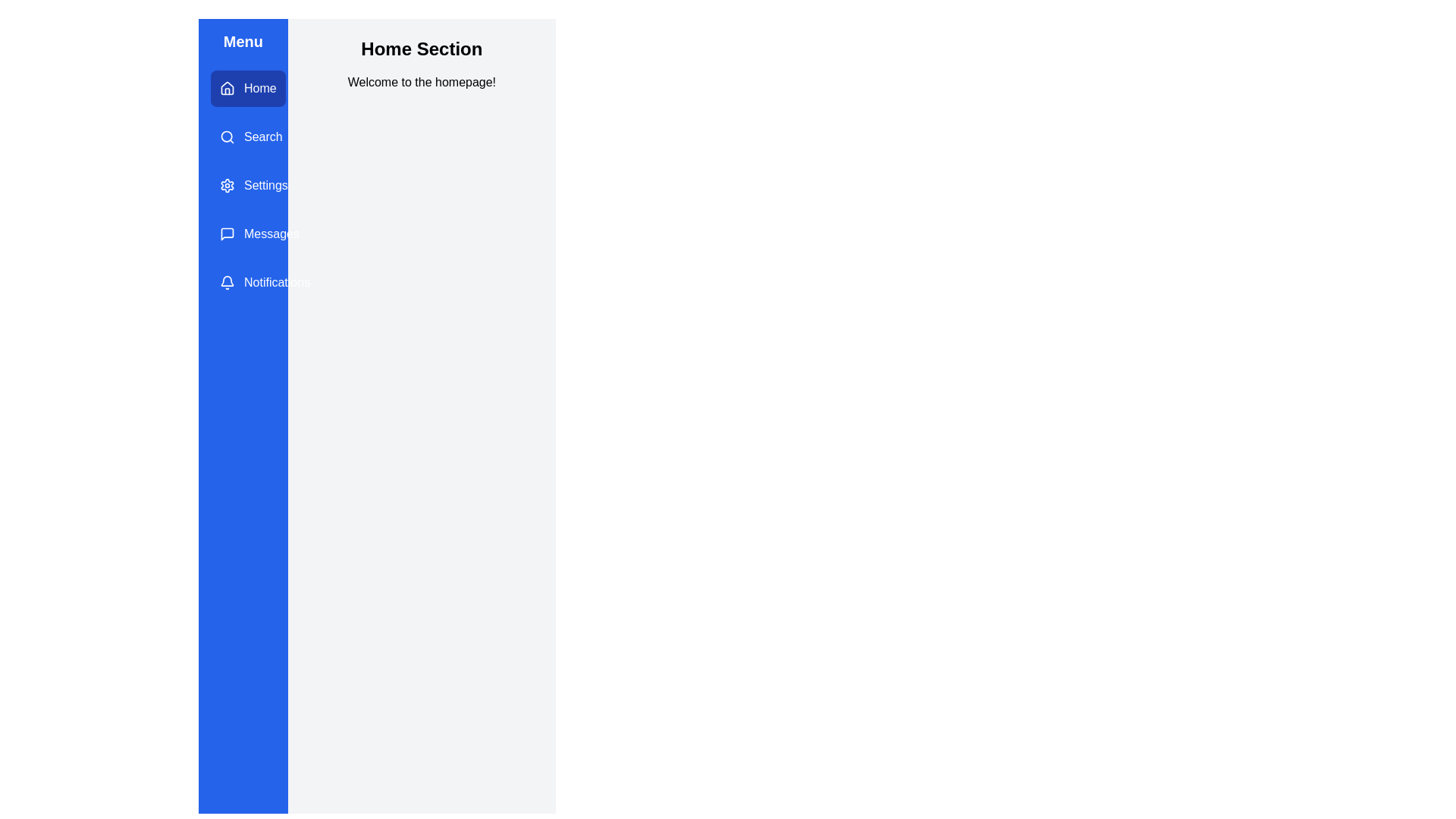 This screenshot has height=819, width=1456. What do you see at coordinates (226, 87) in the screenshot?
I see `the 'Home' icon located at the top of the vertical navigation bar` at bounding box center [226, 87].